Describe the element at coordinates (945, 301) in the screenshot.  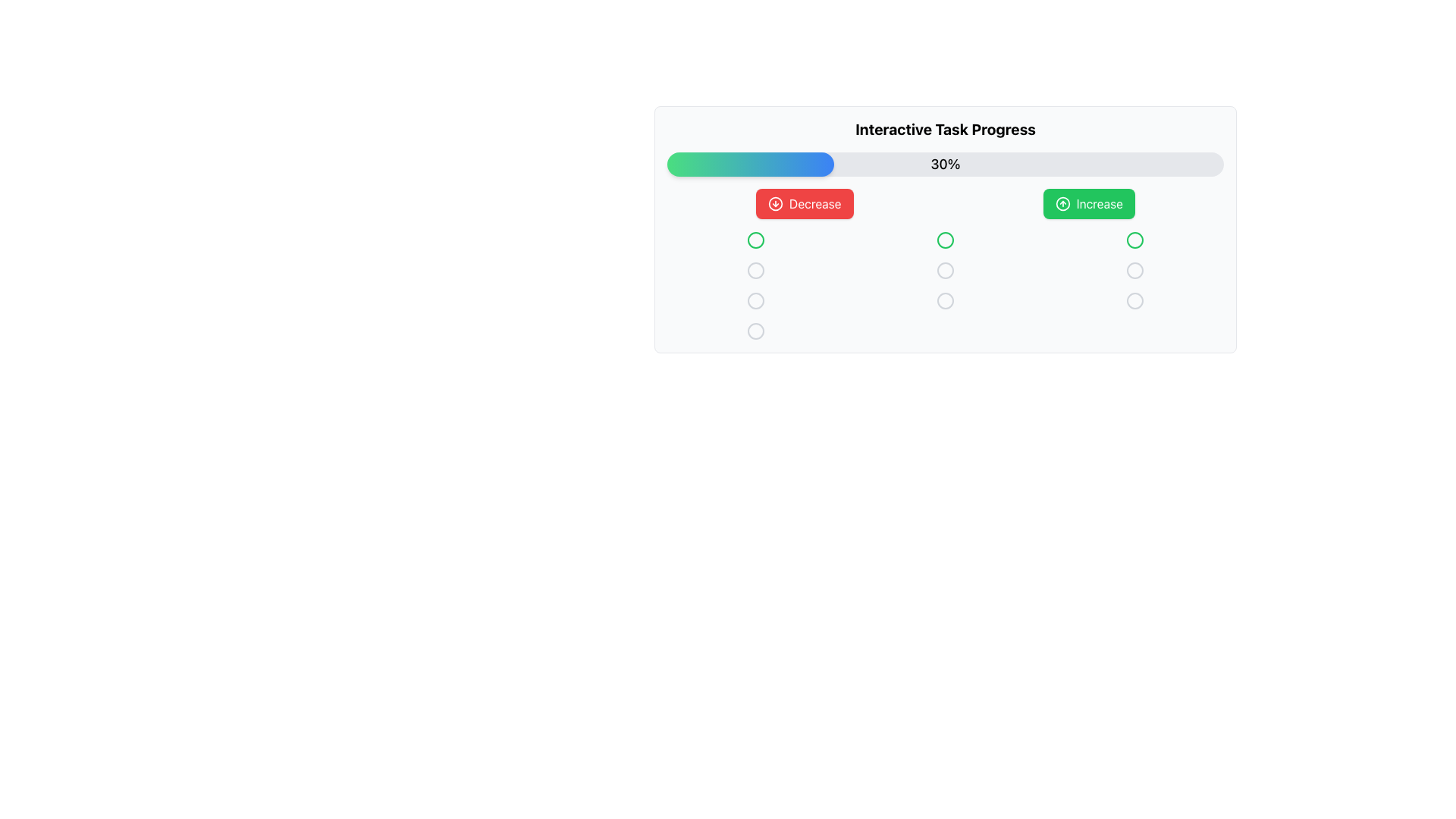
I see `the unselected circular checkbox in the sixth row and third column of the grid layout` at that location.